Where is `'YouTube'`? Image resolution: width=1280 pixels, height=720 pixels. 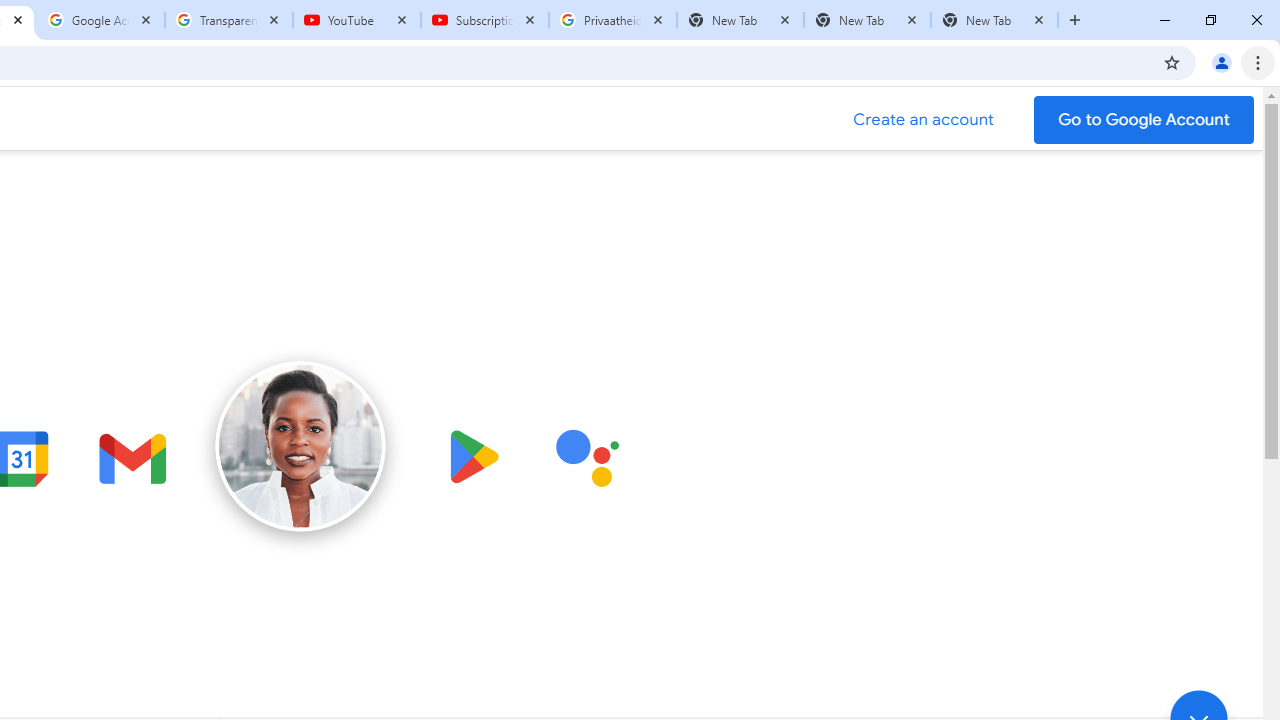
'YouTube' is located at coordinates (357, 20).